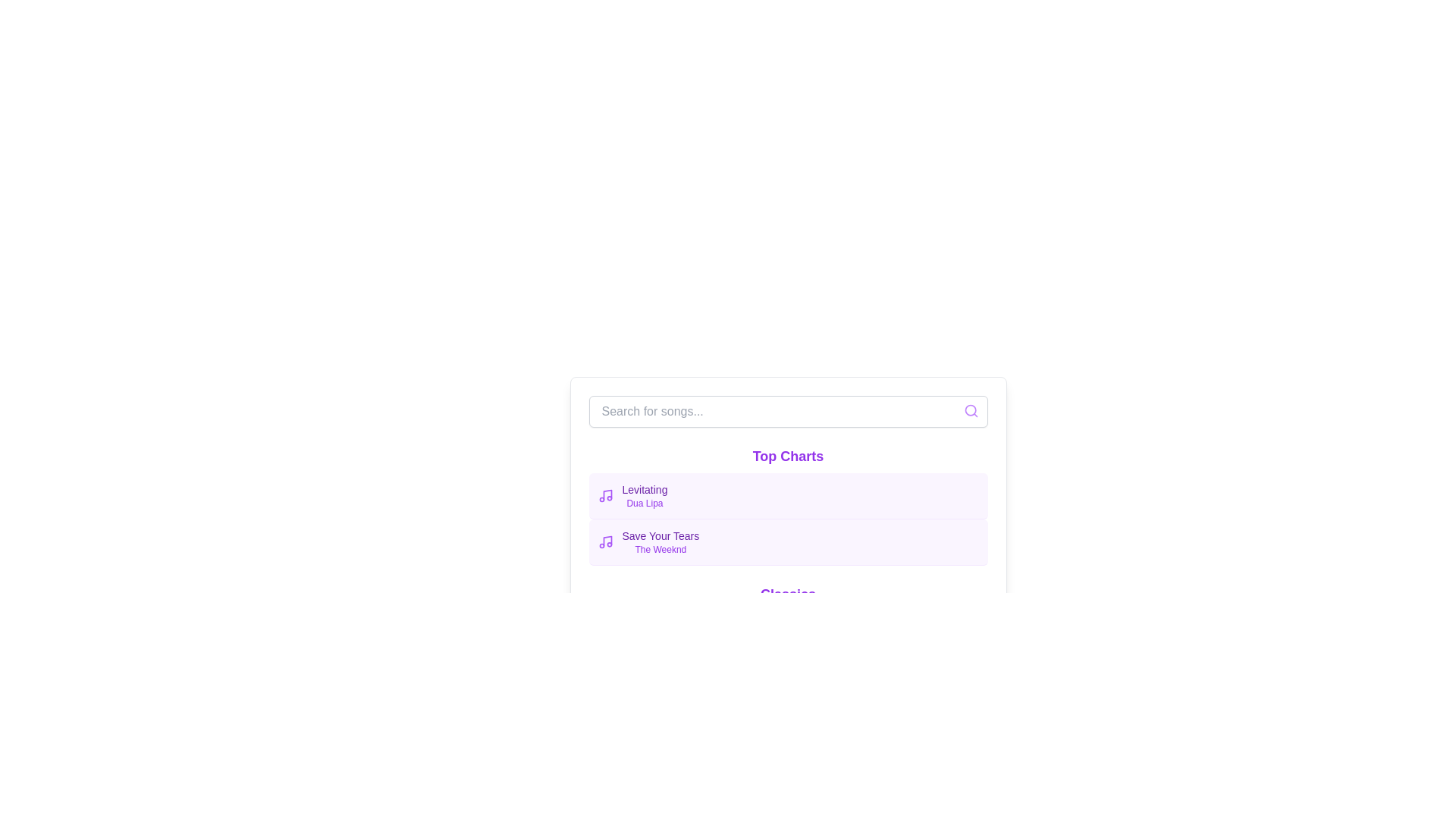 The height and width of the screenshot is (819, 1456). Describe the element at coordinates (969, 410) in the screenshot. I see `the circular lens icon of the magnifying glass, which is part of the search bar's graphical interface` at that location.